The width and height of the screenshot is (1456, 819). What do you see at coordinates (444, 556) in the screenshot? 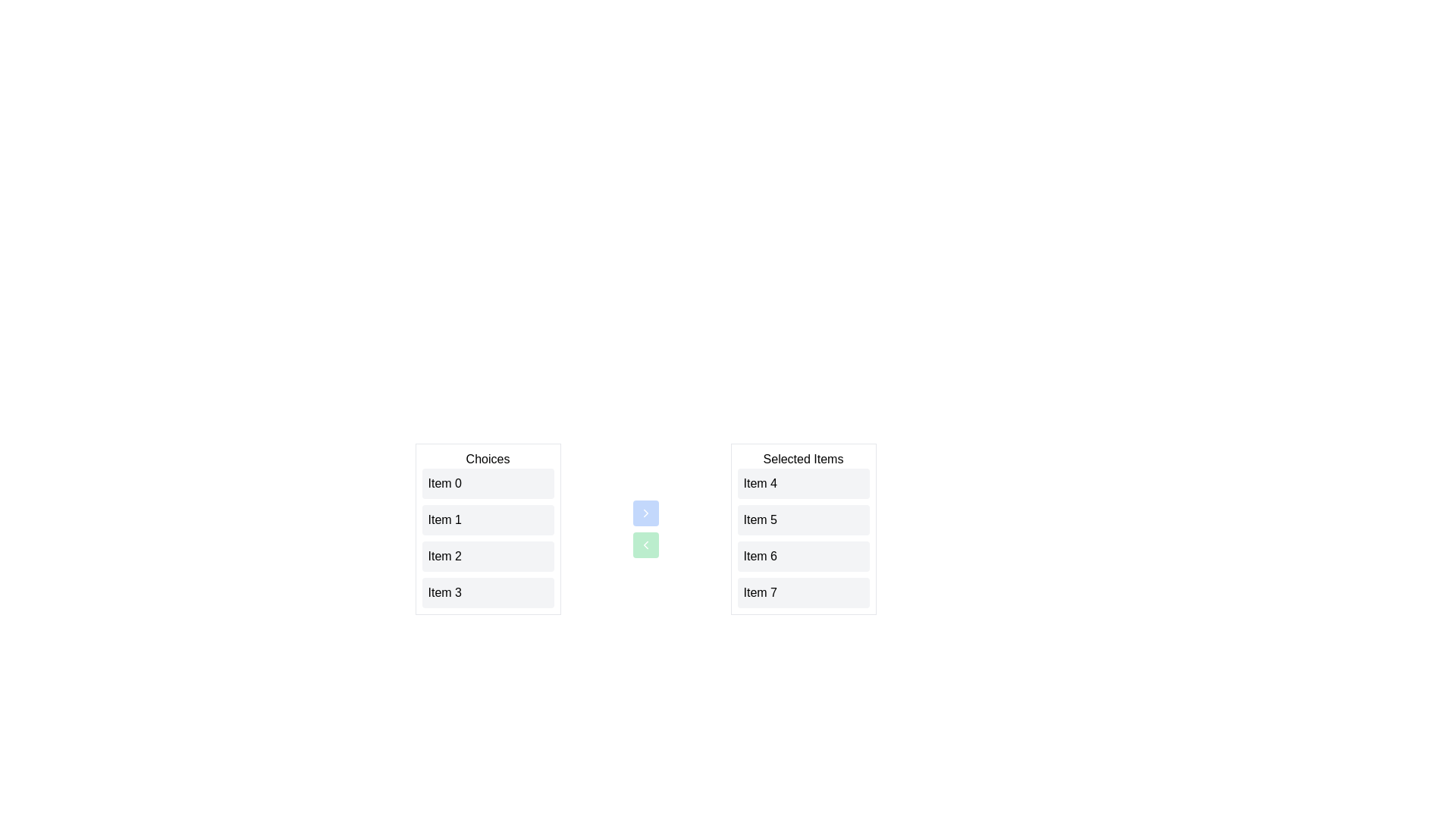
I see `the static text label displaying 'Item 2' in the third row of the vertical list labeled 'Choices'` at bounding box center [444, 556].